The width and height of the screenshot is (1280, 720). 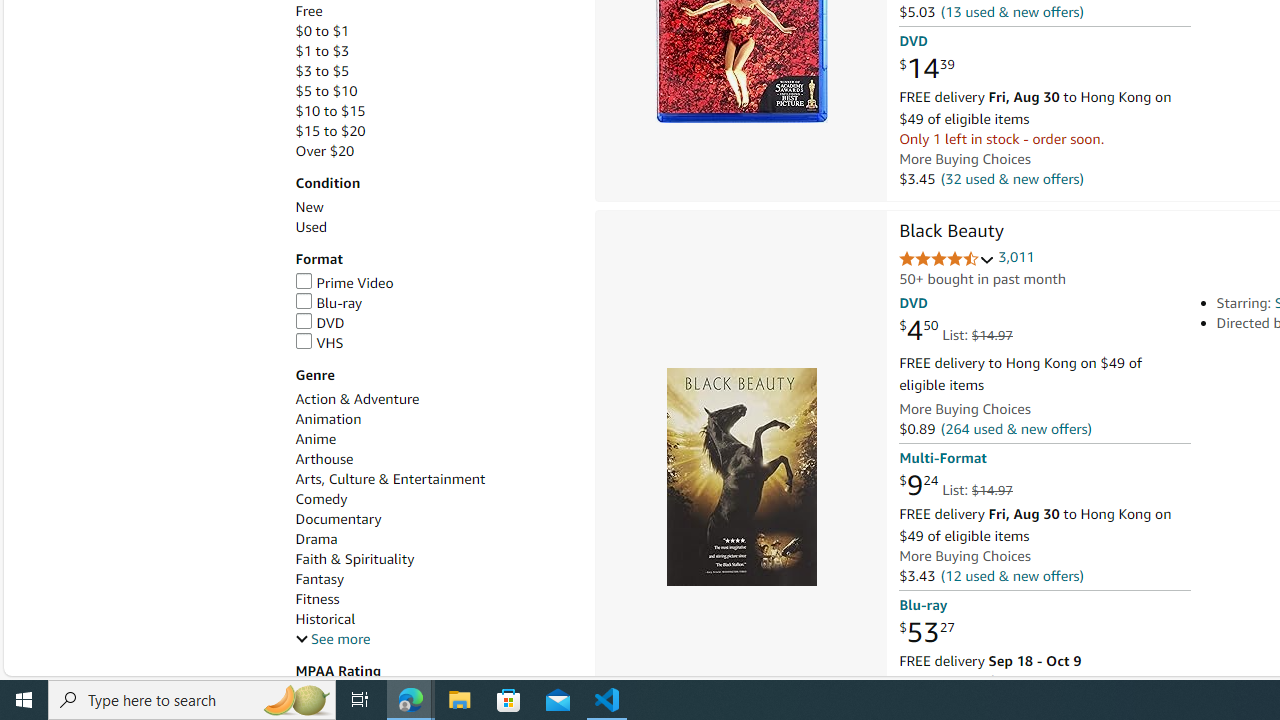 What do you see at coordinates (433, 91) in the screenshot?
I see `'$5 to $10'` at bounding box center [433, 91].